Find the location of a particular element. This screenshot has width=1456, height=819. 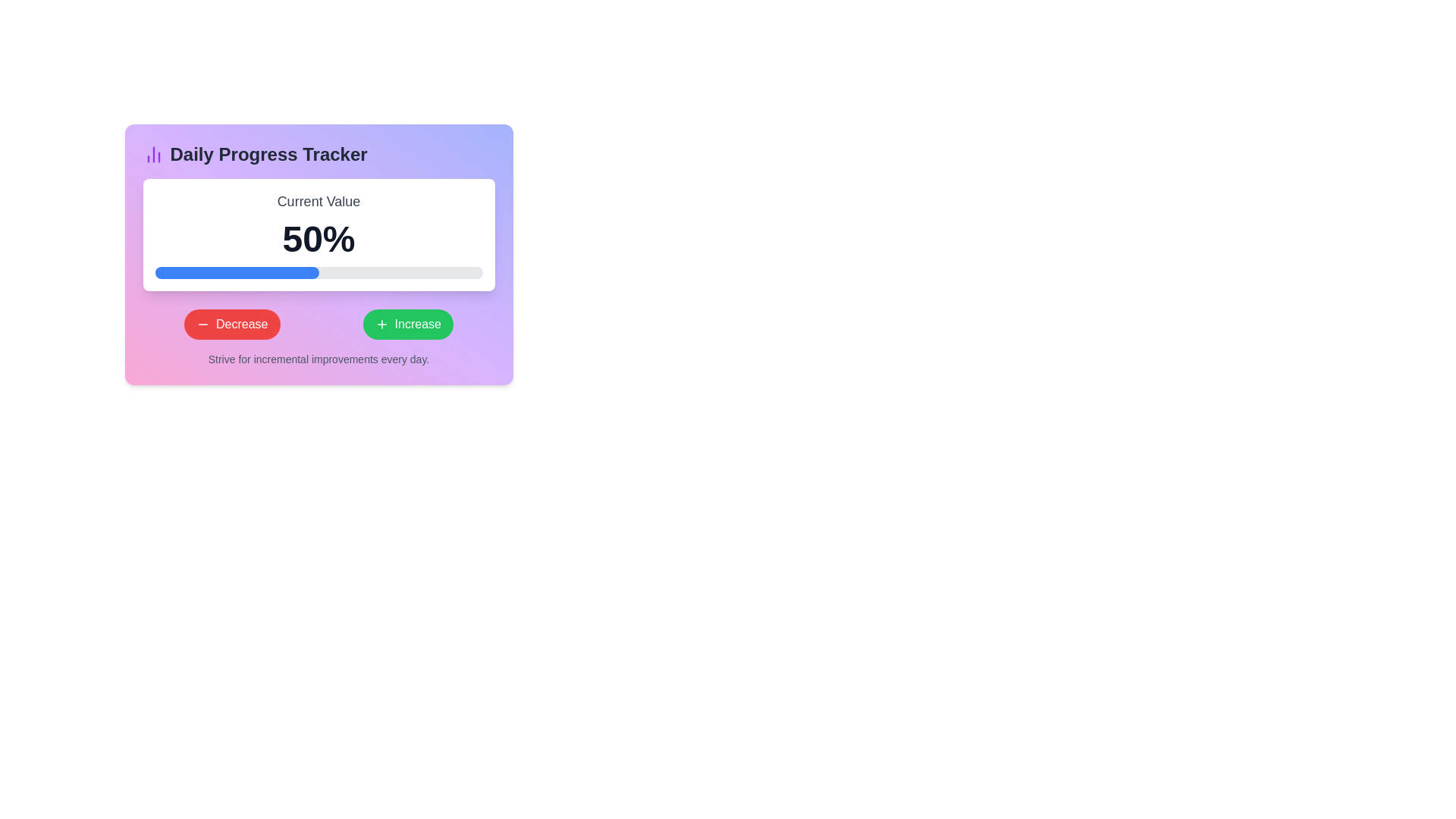

the 'Daily Progress Tracker' header text is located at coordinates (268, 155).